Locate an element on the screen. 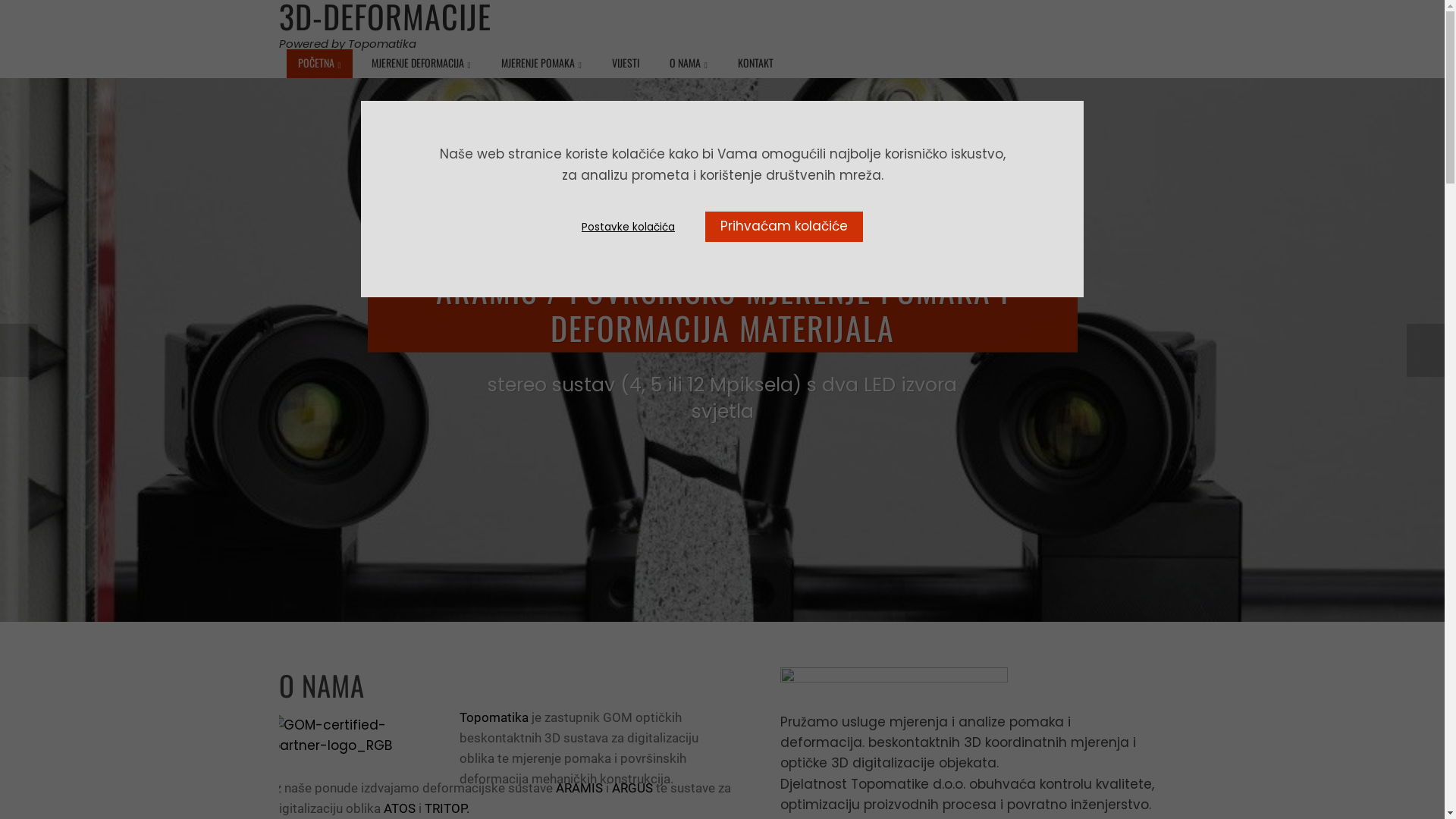 The width and height of the screenshot is (1456, 819). 'ATOS' is located at coordinates (383, 807).